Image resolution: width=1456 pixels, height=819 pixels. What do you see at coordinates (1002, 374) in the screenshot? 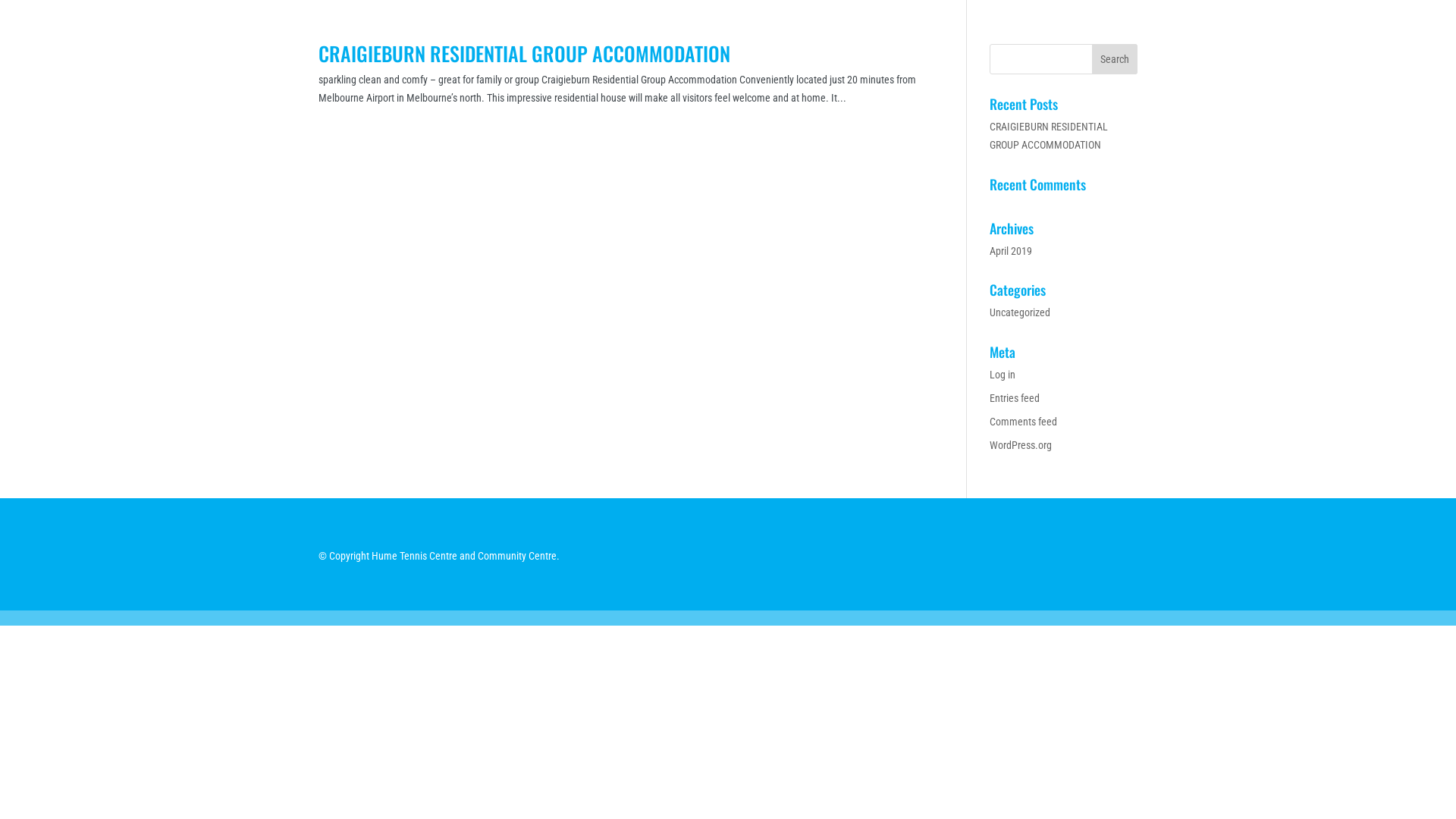
I see `'Log in'` at bounding box center [1002, 374].